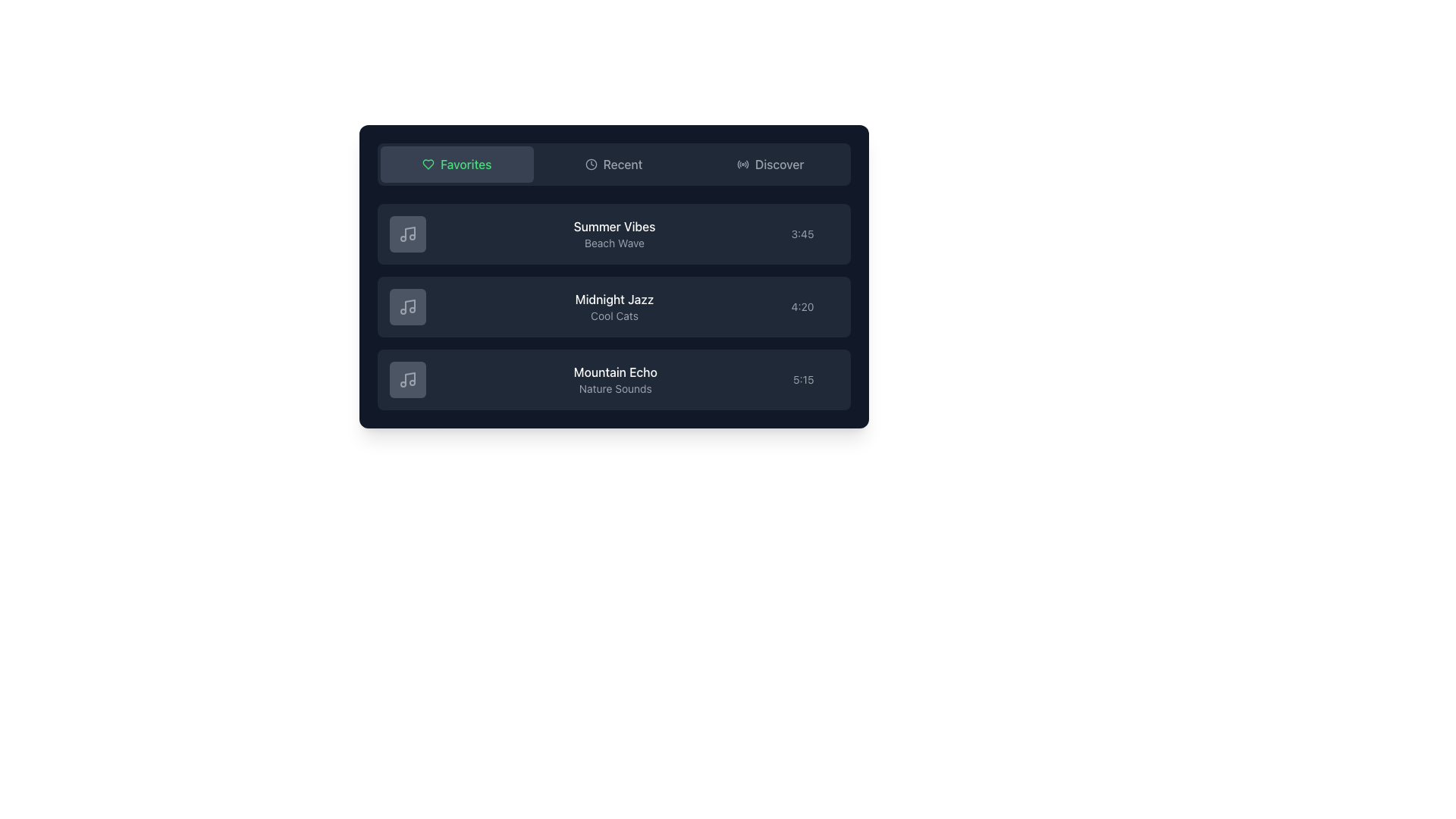 The image size is (1456, 819). Describe the element at coordinates (623, 164) in the screenshot. I see `the 'Recent' text label, which is a medium-weight light-gray label located in the center of the horizontal navigation bar at the top of the main content area, positioned between 'Favorites' and 'Discover'` at that location.